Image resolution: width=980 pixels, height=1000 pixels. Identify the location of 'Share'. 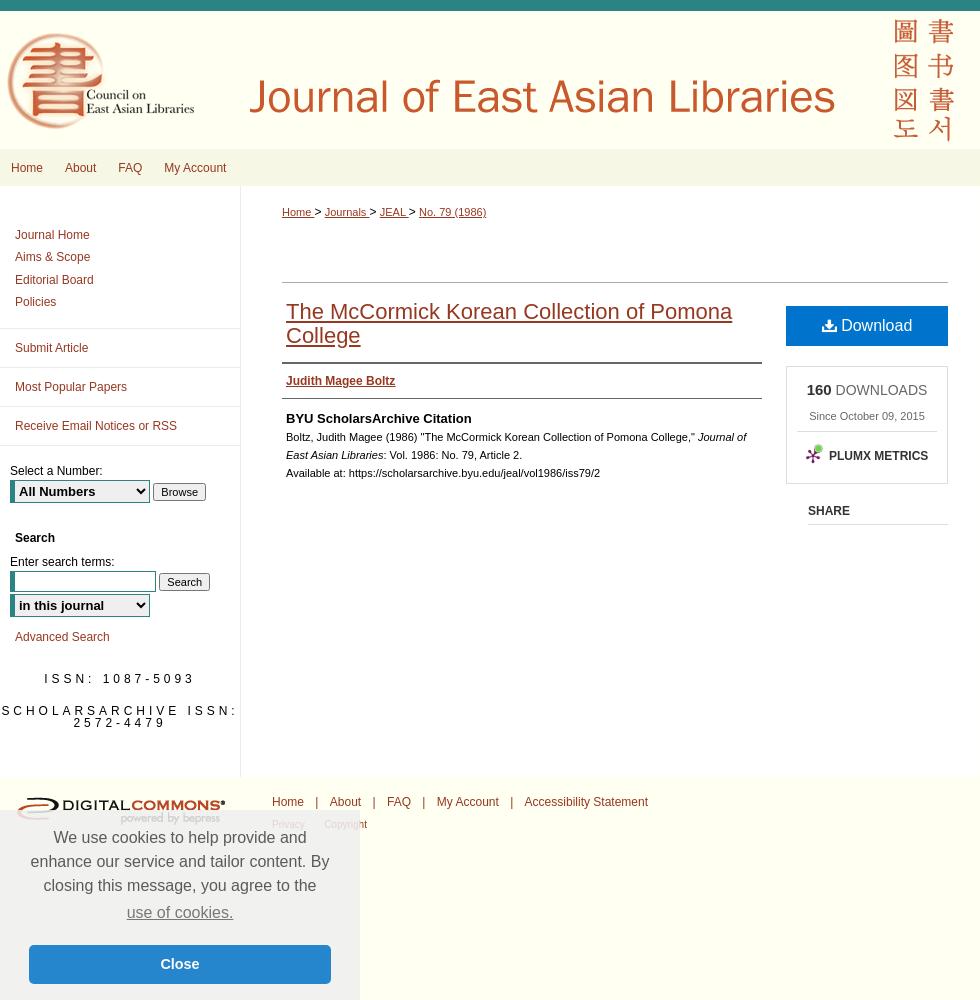
(808, 510).